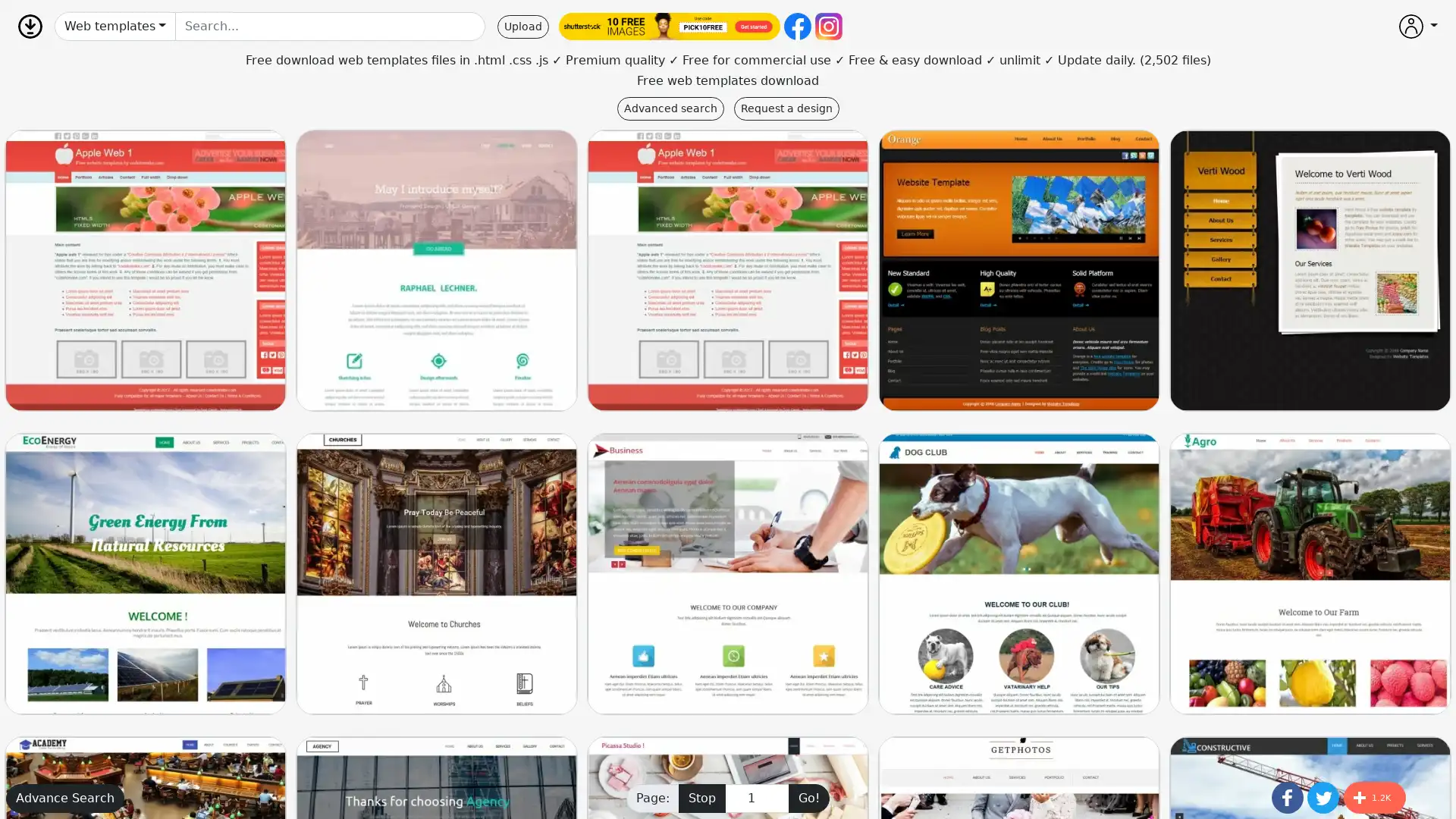 The image size is (1456, 819). Describe the element at coordinates (1376, 797) in the screenshot. I see `Share to More 1.2K` at that location.